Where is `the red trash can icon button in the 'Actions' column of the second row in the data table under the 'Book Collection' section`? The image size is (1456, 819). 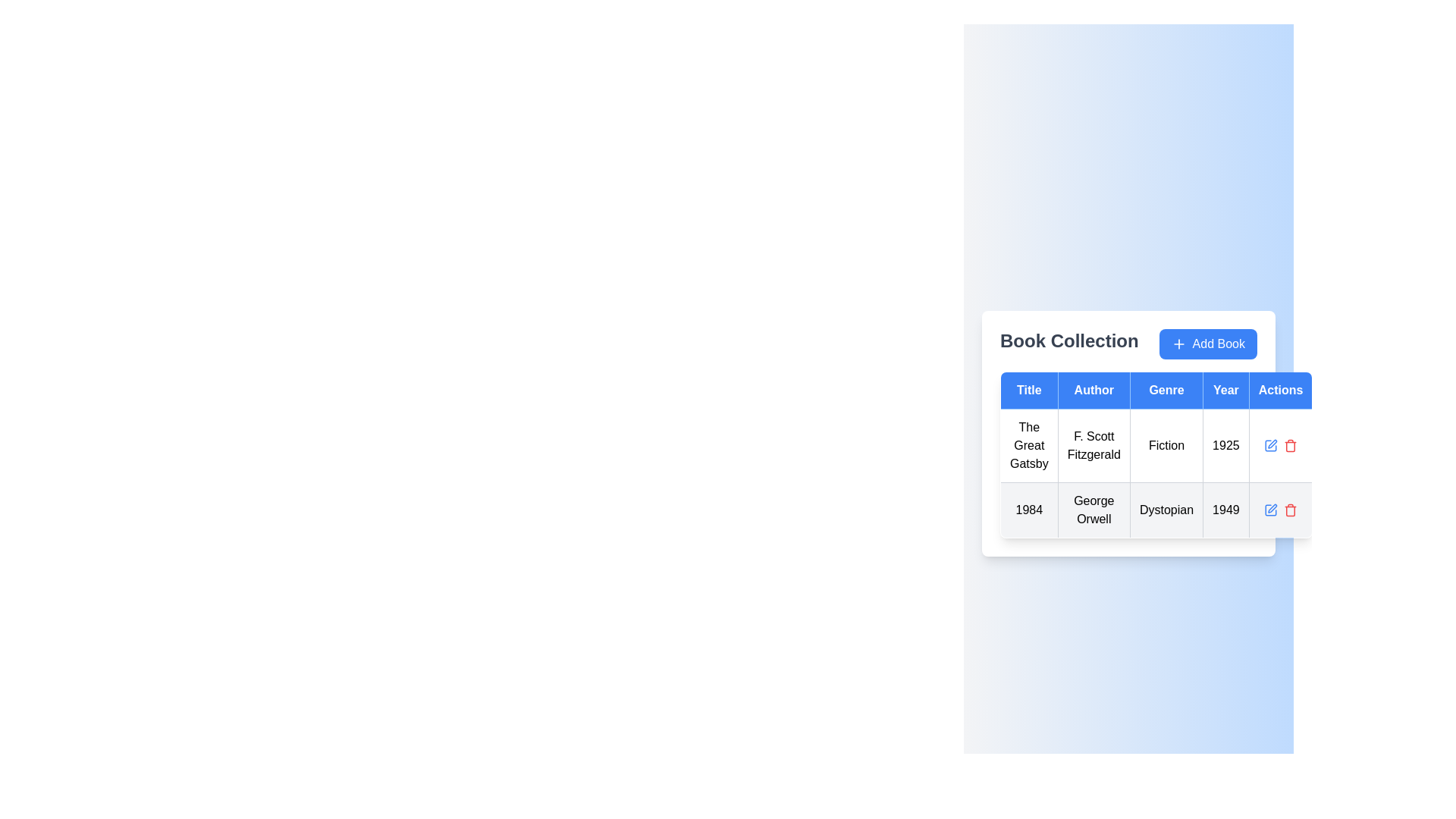 the red trash can icon button in the 'Actions' column of the second row in the data table under the 'Book Collection' section is located at coordinates (1290, 510).